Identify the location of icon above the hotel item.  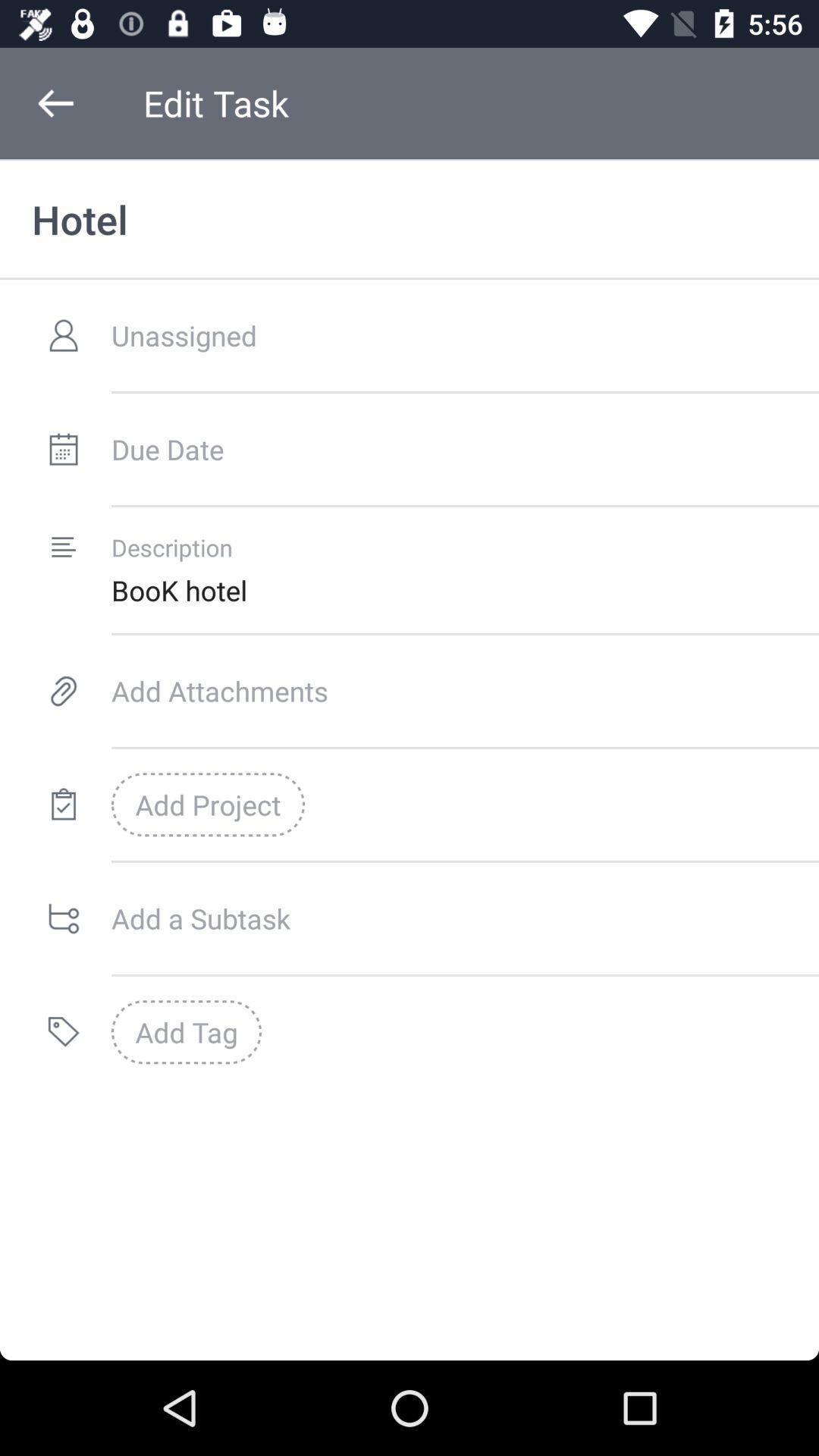
(55, 102).